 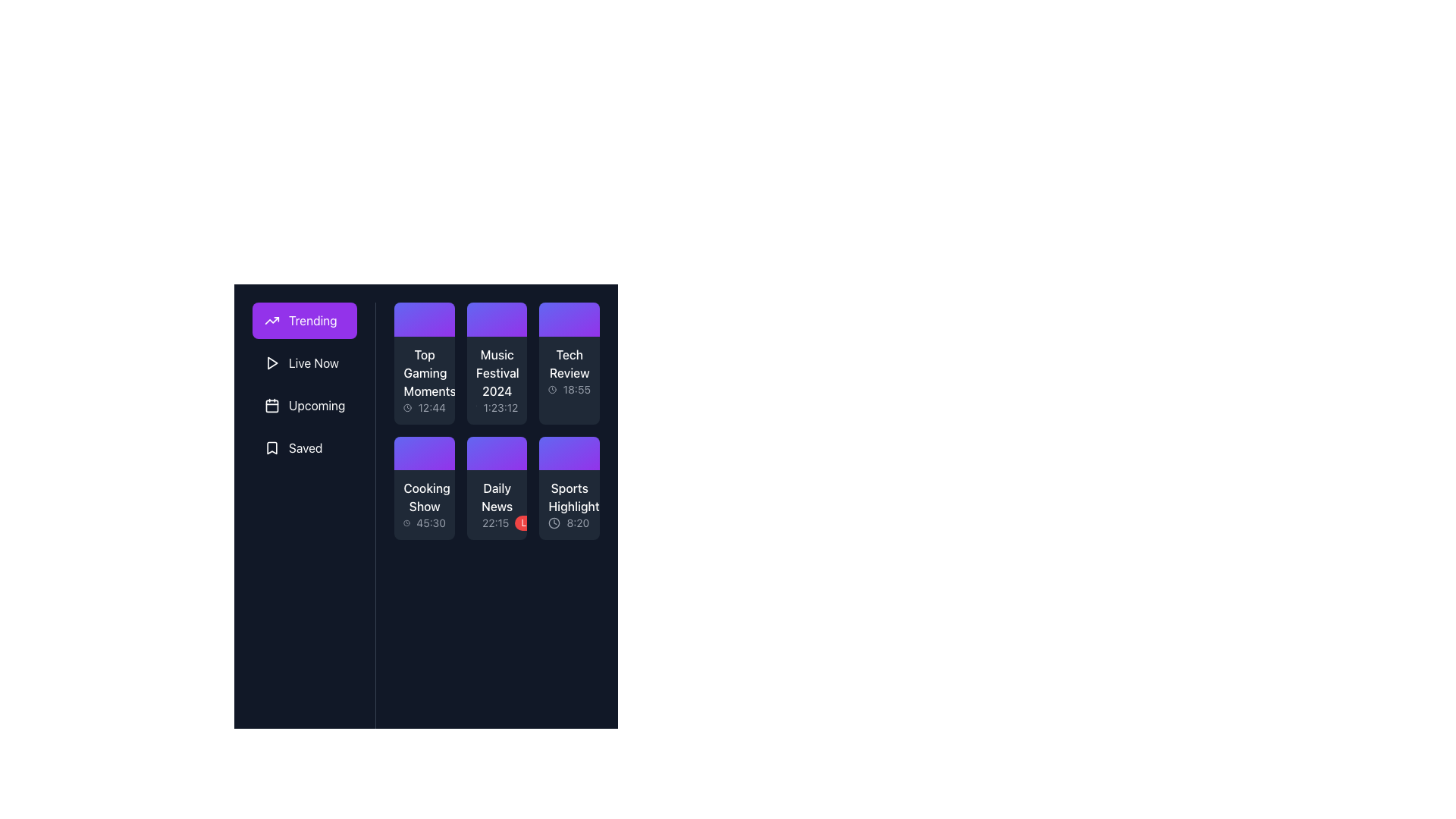 I want to click on the text field displaying 'Cooking Show' in white font against a dark background, which is centrally located in the second row of the grid labeled 'Trending.', so click(x=425, y=497).